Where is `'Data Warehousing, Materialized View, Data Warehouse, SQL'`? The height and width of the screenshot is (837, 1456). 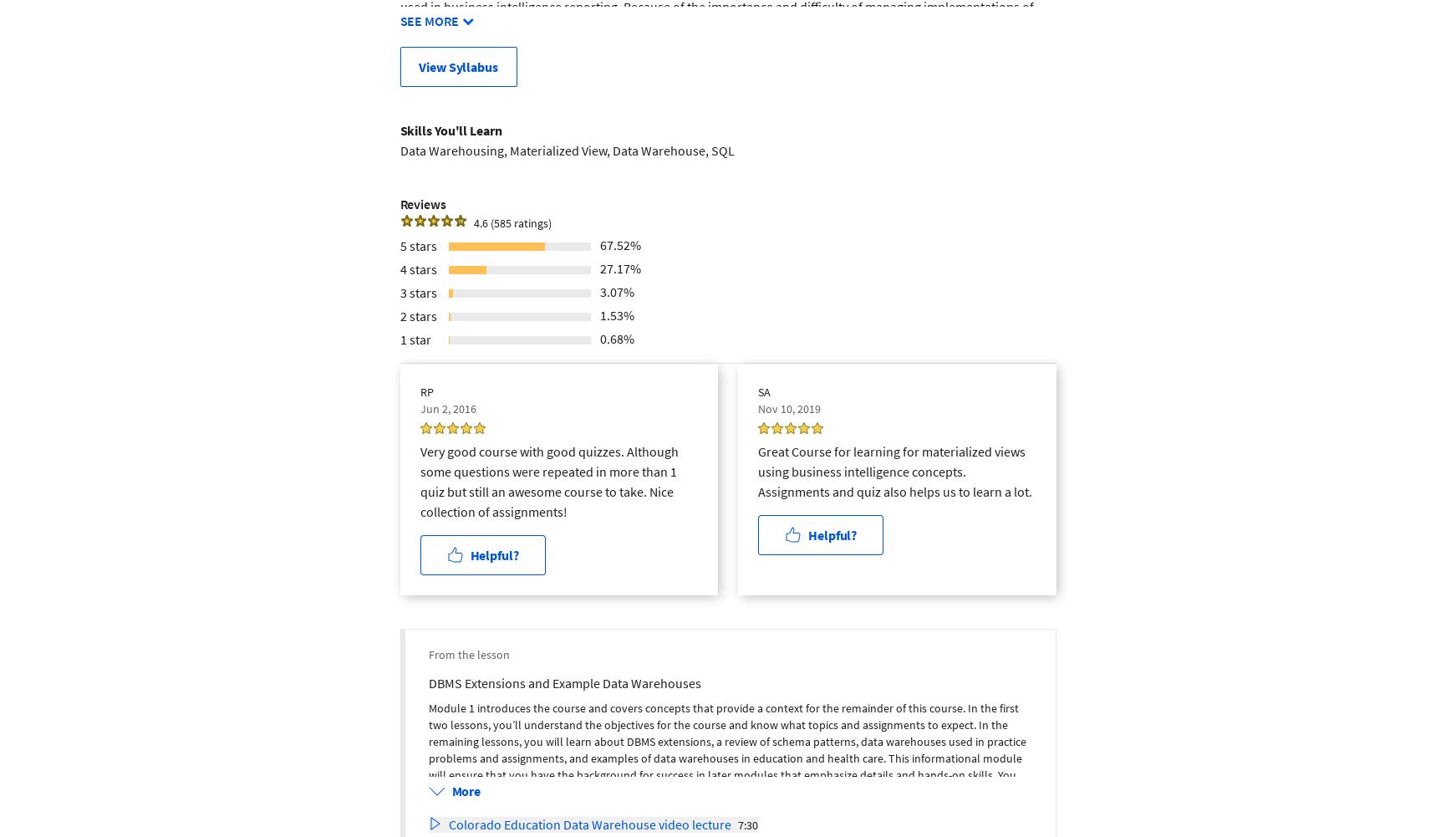
'Data Warehousing, Materialized View, Data Warehouse, SQL' is located at coordinates (565, 149).